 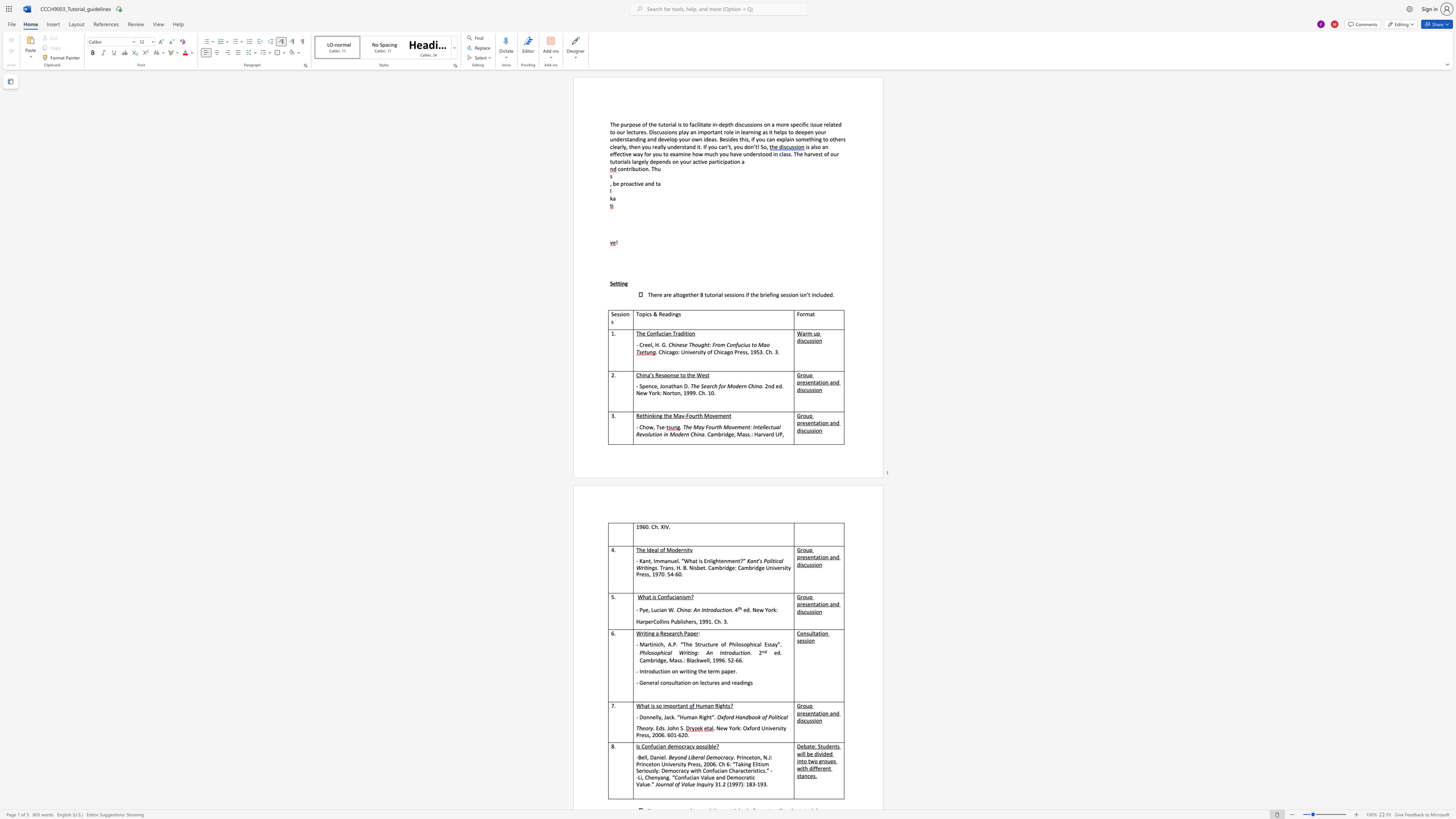 What do you see at coordinates (779, 653) in the screenshot?
I see `the subset text ". Cambridge, Mass.: Blackwell, 1" within the text "ed. Cambridge, Mass.: Blackwell, 1996. 52-66."` at bounding box center [779, 653].